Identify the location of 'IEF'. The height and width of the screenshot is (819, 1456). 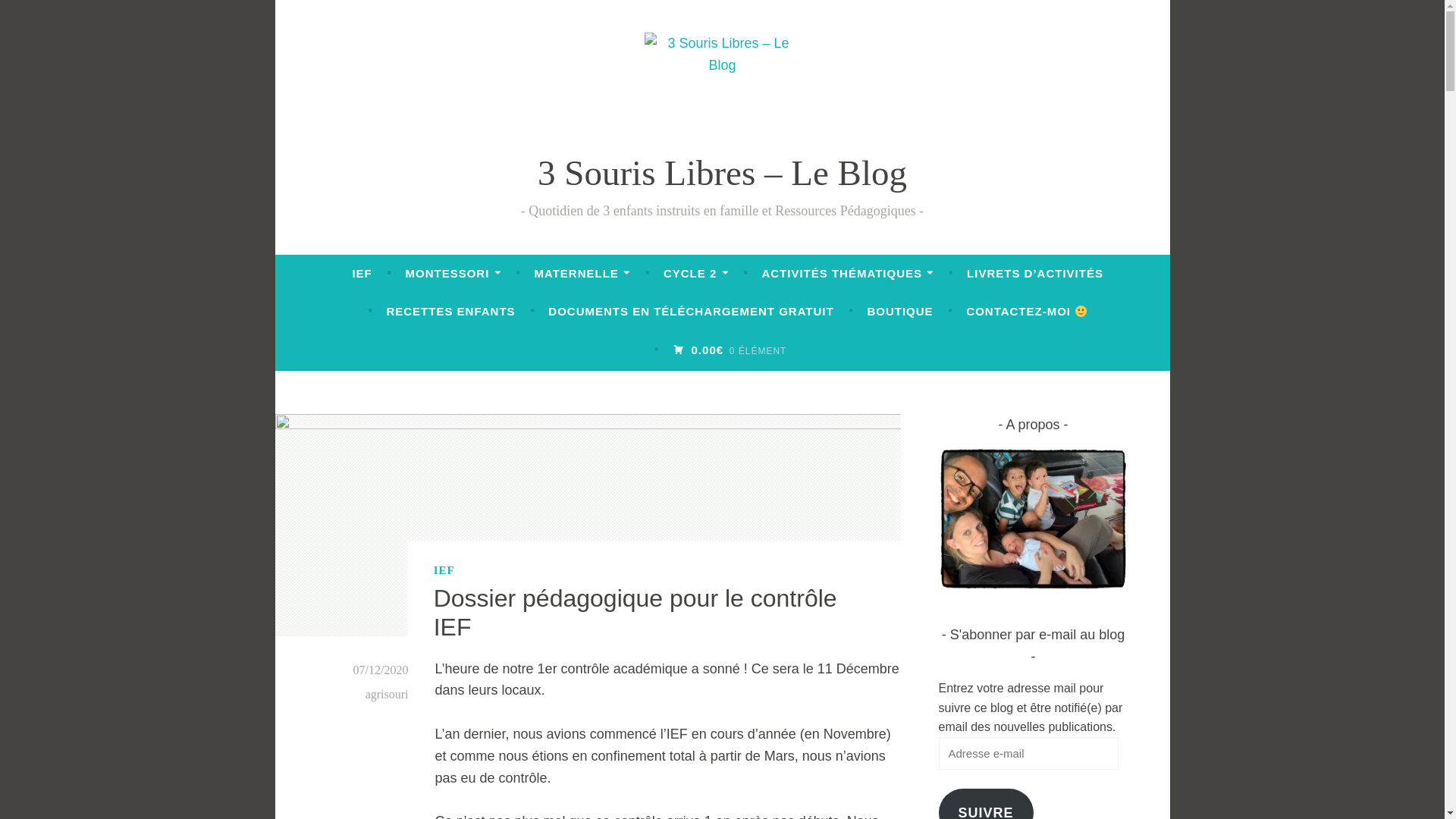
(443, 570).